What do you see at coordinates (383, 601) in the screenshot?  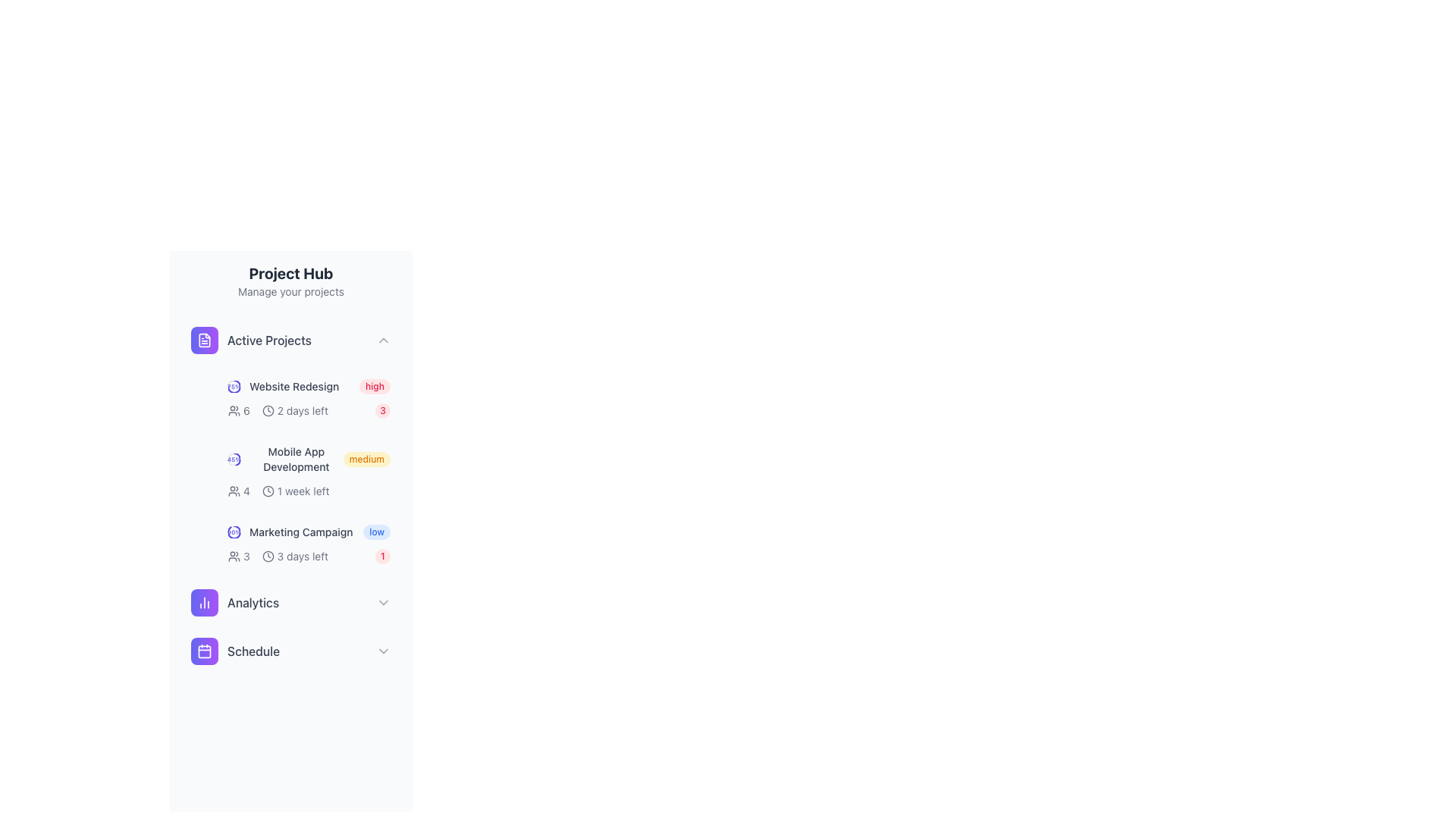 I see `the dropdown toggle icon located at the rightmost part of the 'Analytics' section in the menu` at bounding box center [383, 601].